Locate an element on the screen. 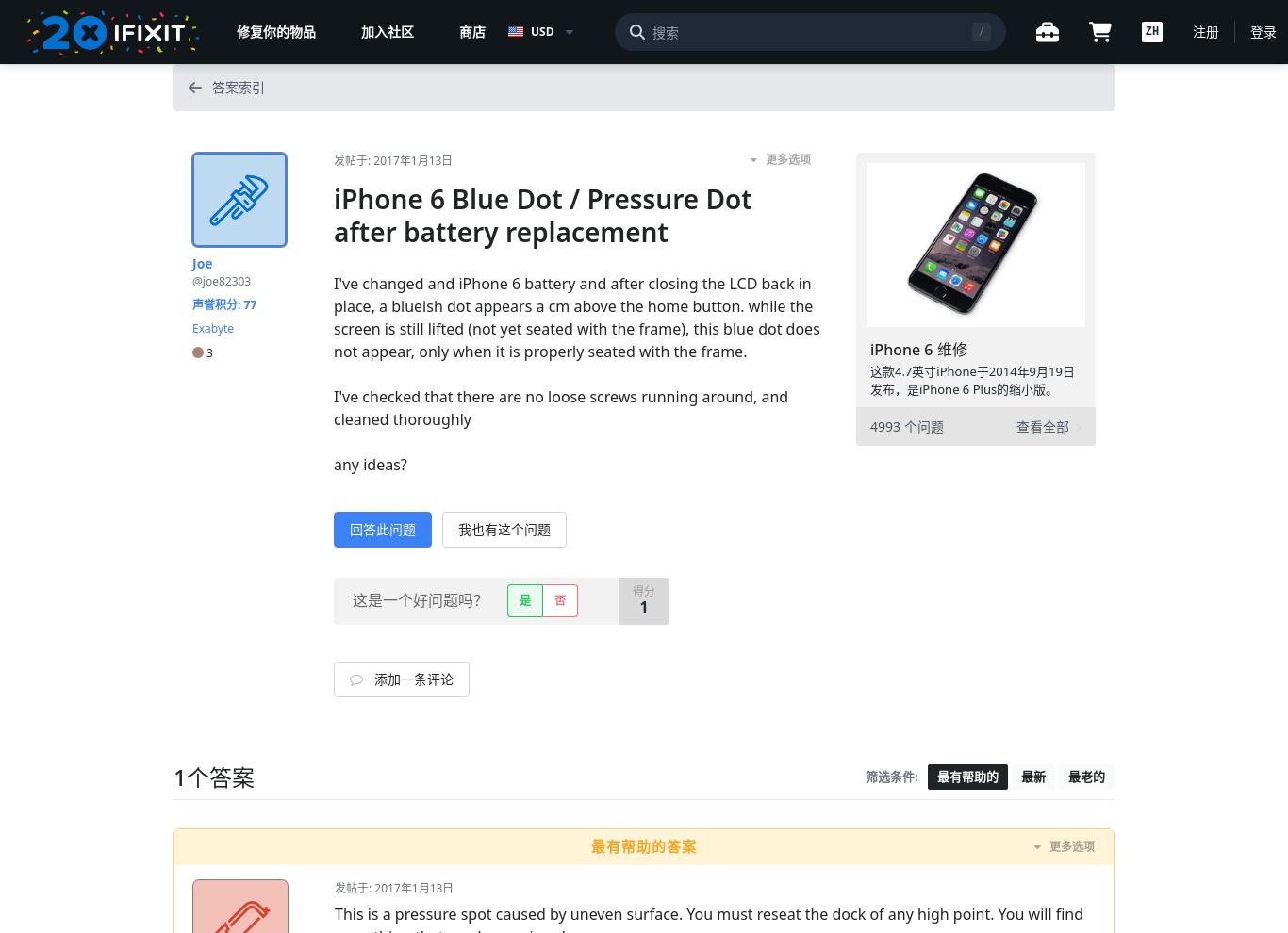  'Joe' is located at coordinates (201, 263).